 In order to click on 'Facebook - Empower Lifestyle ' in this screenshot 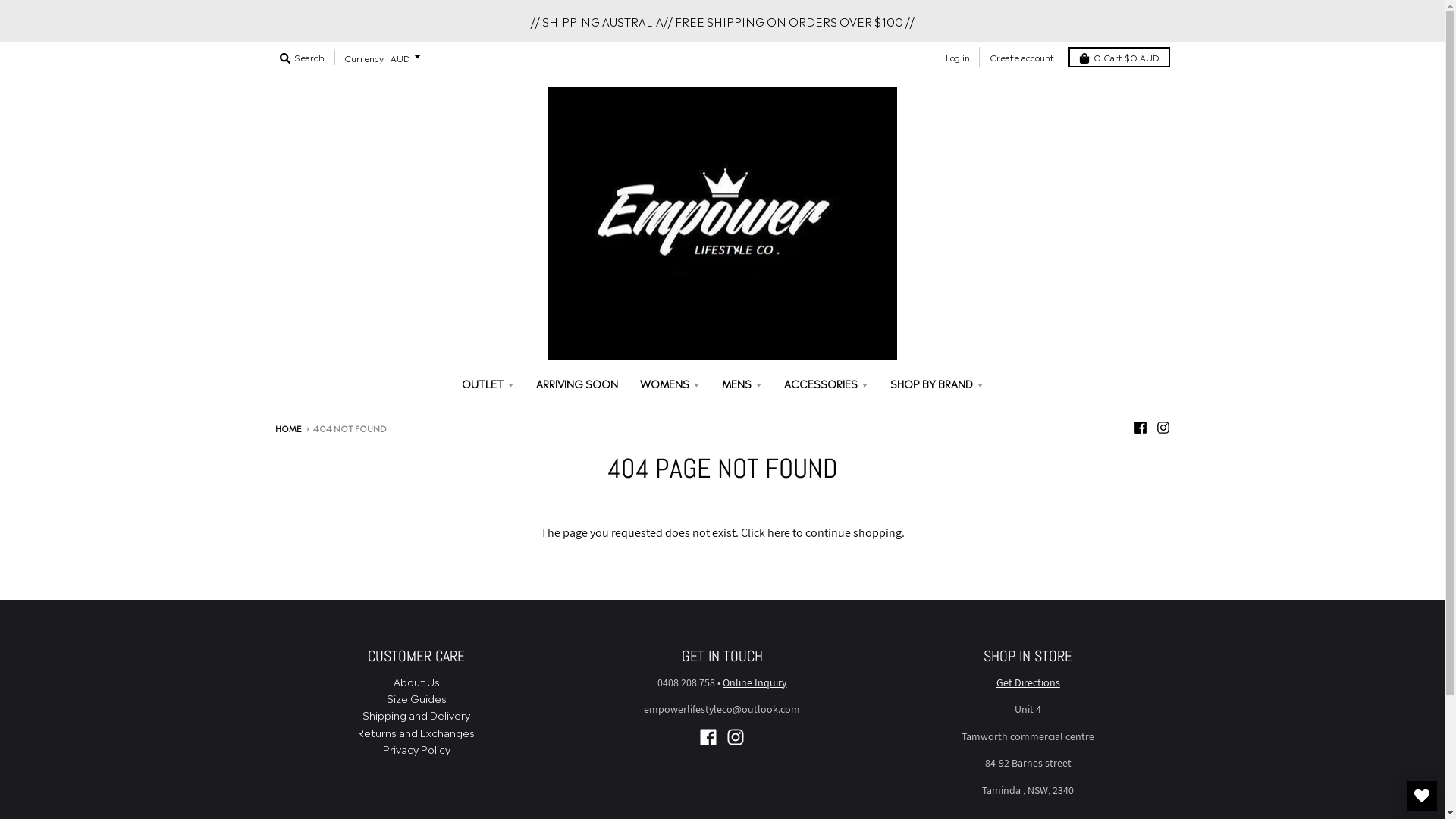, I will do `click(708, 736)`.